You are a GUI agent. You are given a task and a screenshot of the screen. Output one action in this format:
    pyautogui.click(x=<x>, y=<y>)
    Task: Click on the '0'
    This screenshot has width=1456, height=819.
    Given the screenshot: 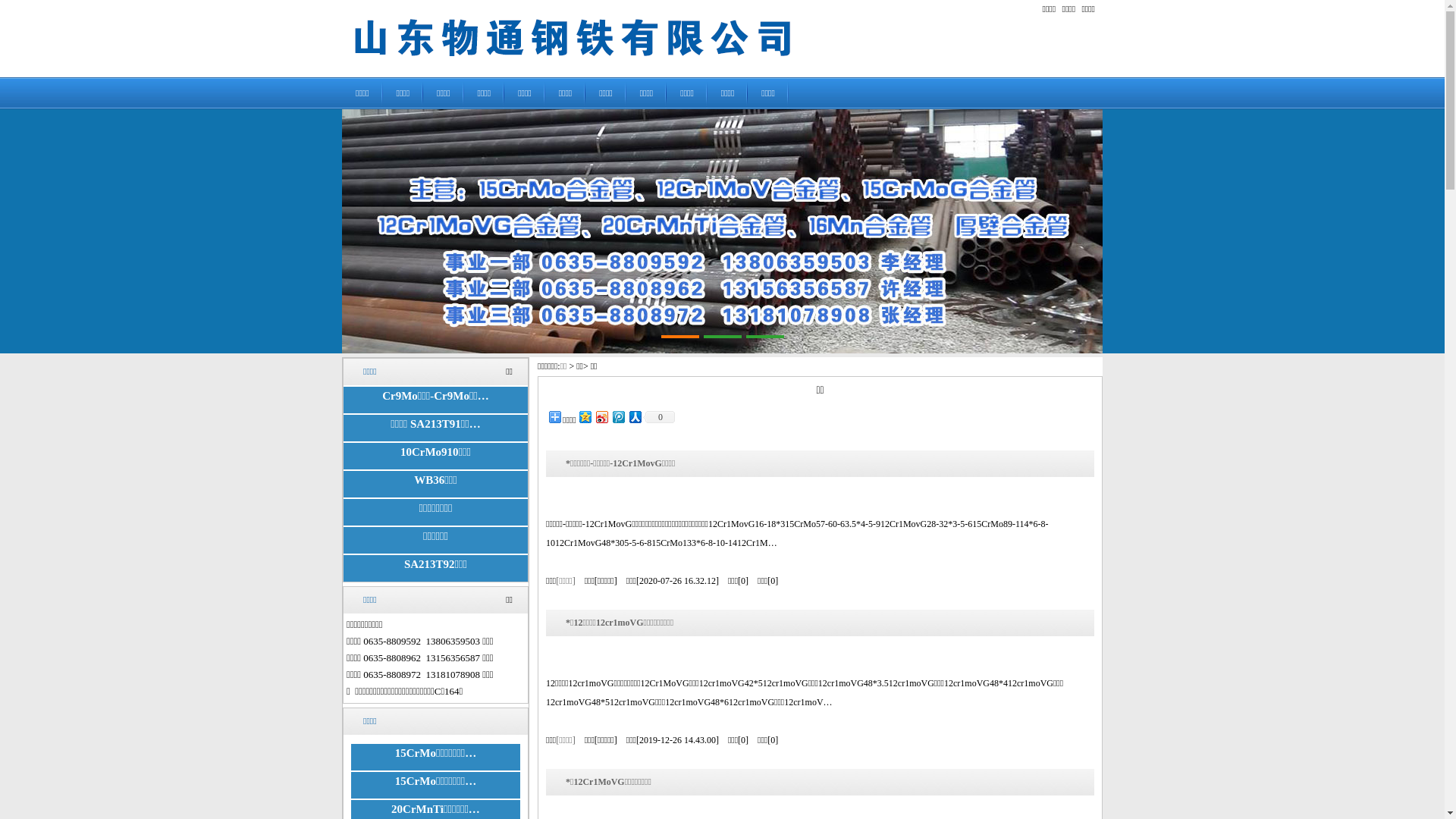 What is the action you would take?
    pyautogui.click(x=643, y=417)
    